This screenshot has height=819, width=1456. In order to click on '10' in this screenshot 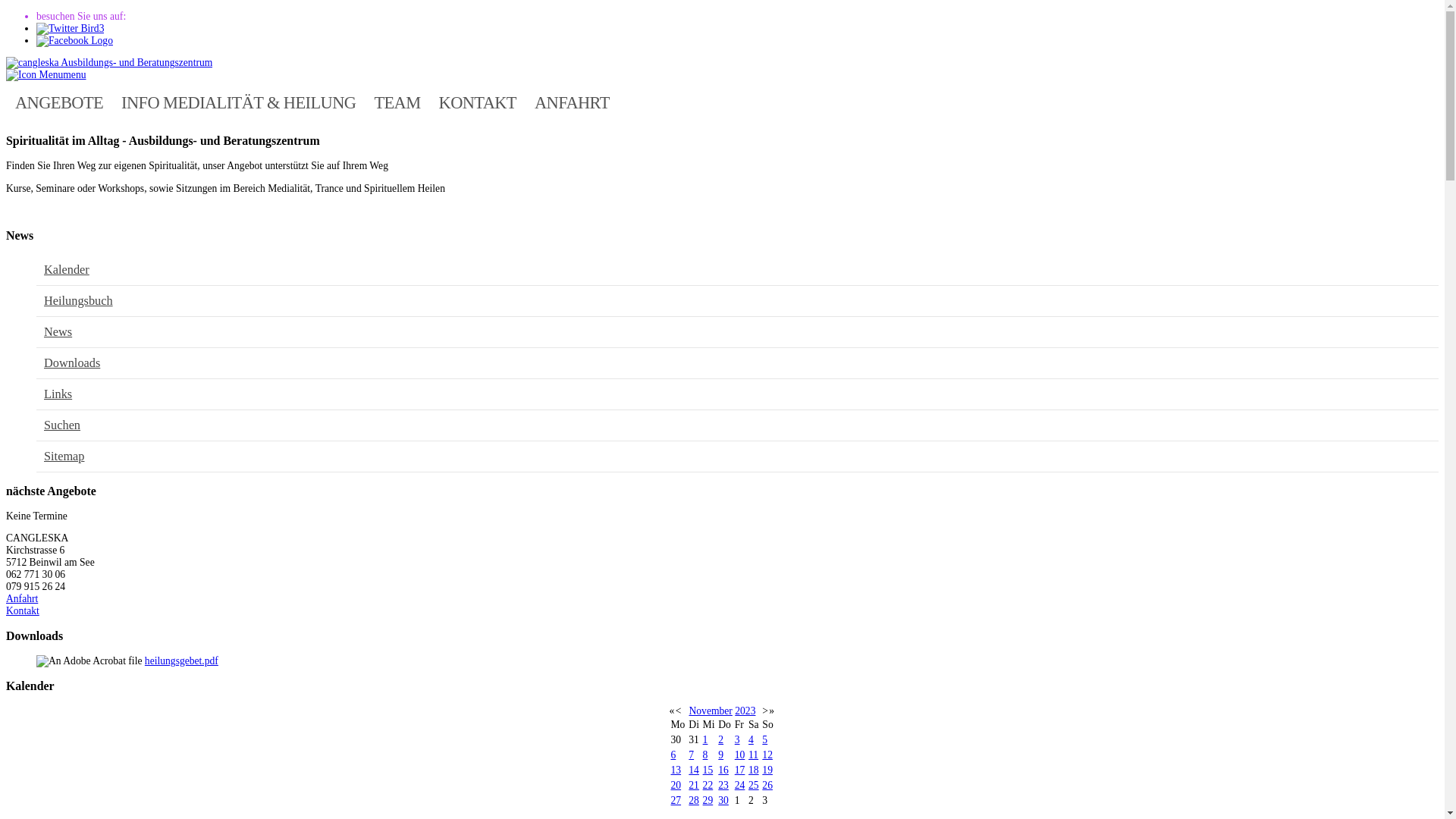, I will do `click(739, 755)`.